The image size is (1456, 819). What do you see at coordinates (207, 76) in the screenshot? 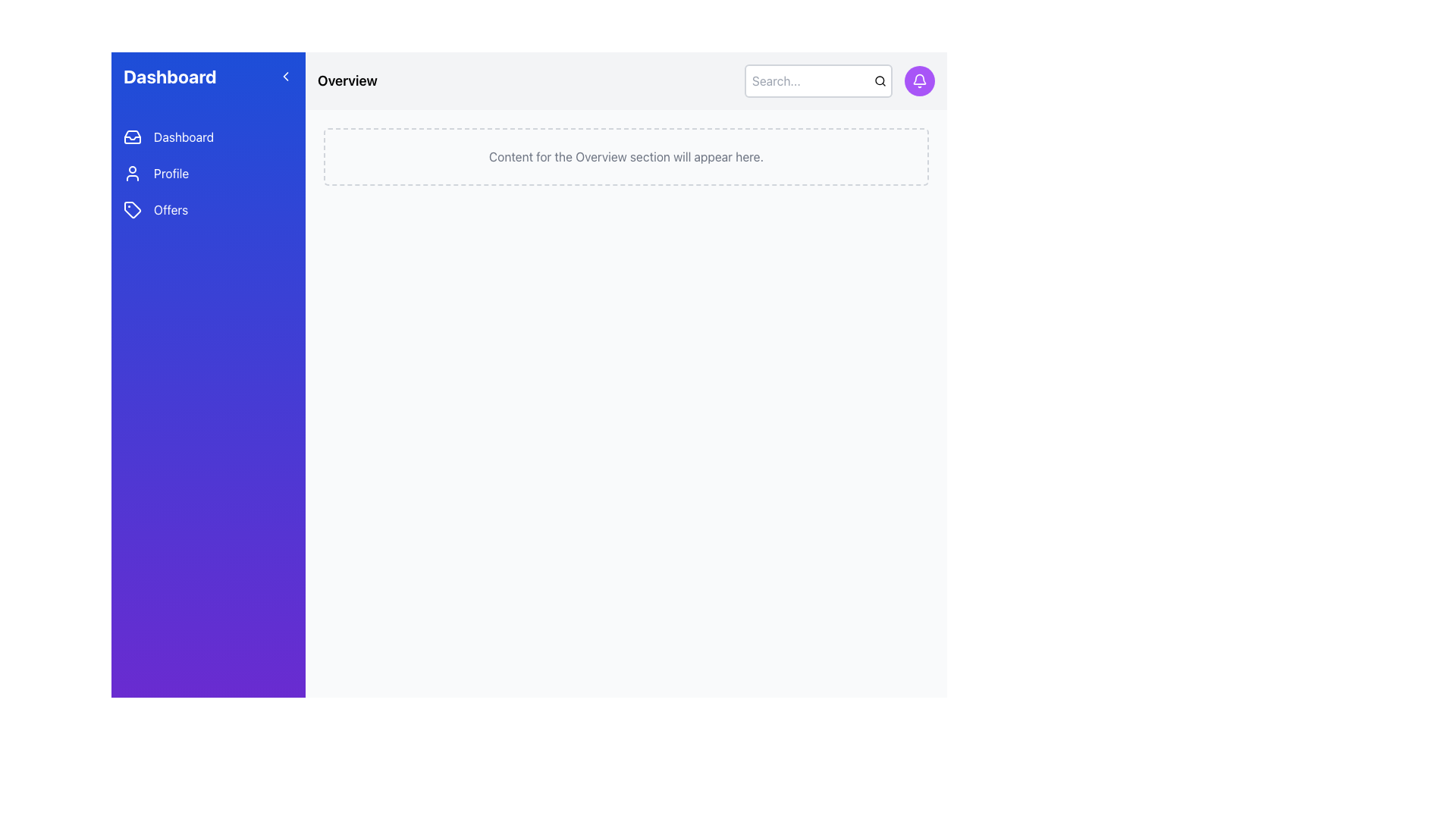
I see `the 'Dashboard' header in the navigation sidebar, which has a gradient blue-to-purple background and contains bold white text aligned to the left with a left-pointing arrow icon on the right` at bounding box center [207, 76].